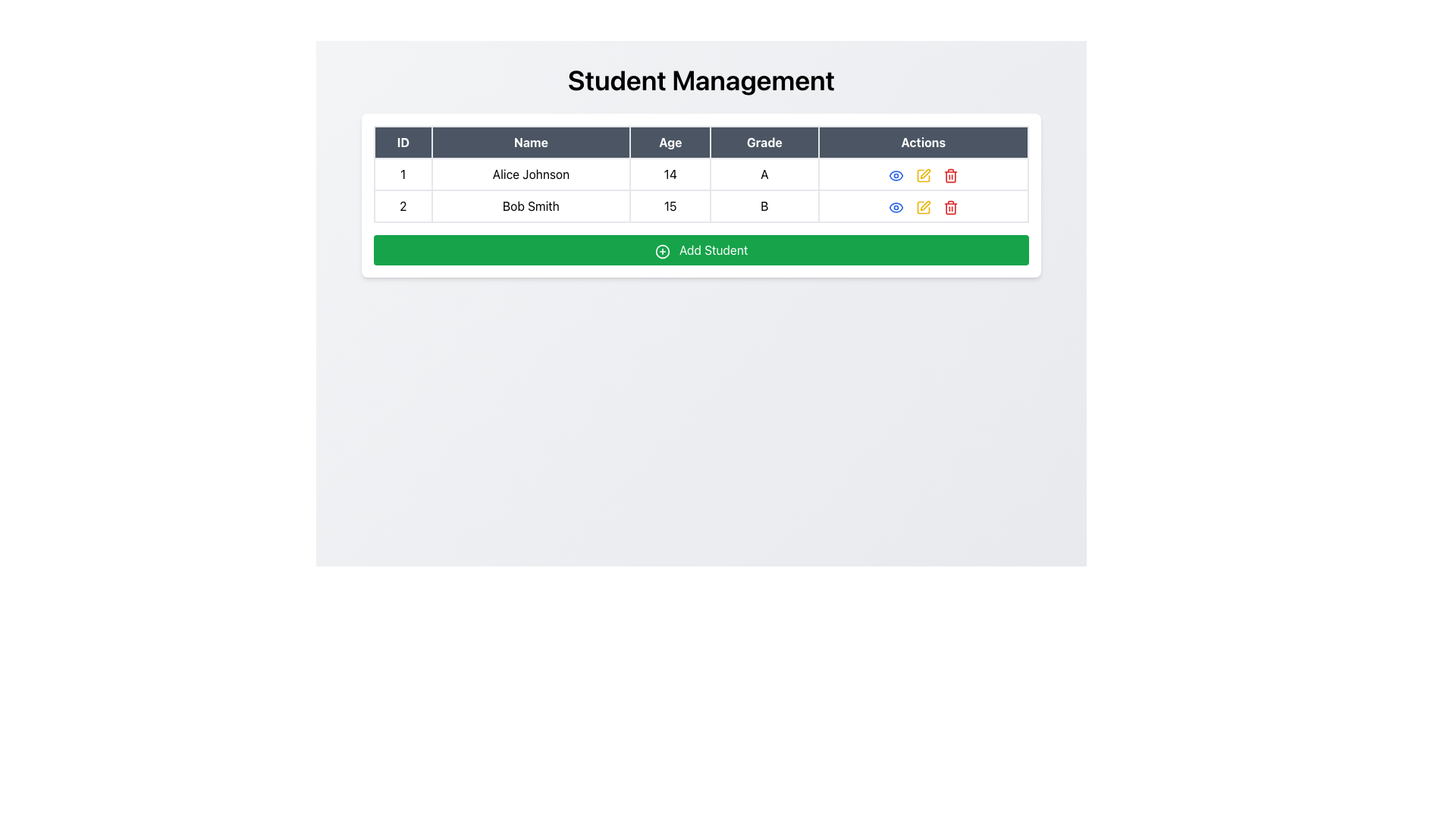 This screenshot has width=1456, height=819. I want to click on the yellow pen icon button in the second row of the table under the 'Actions' column, so click(922, 207).